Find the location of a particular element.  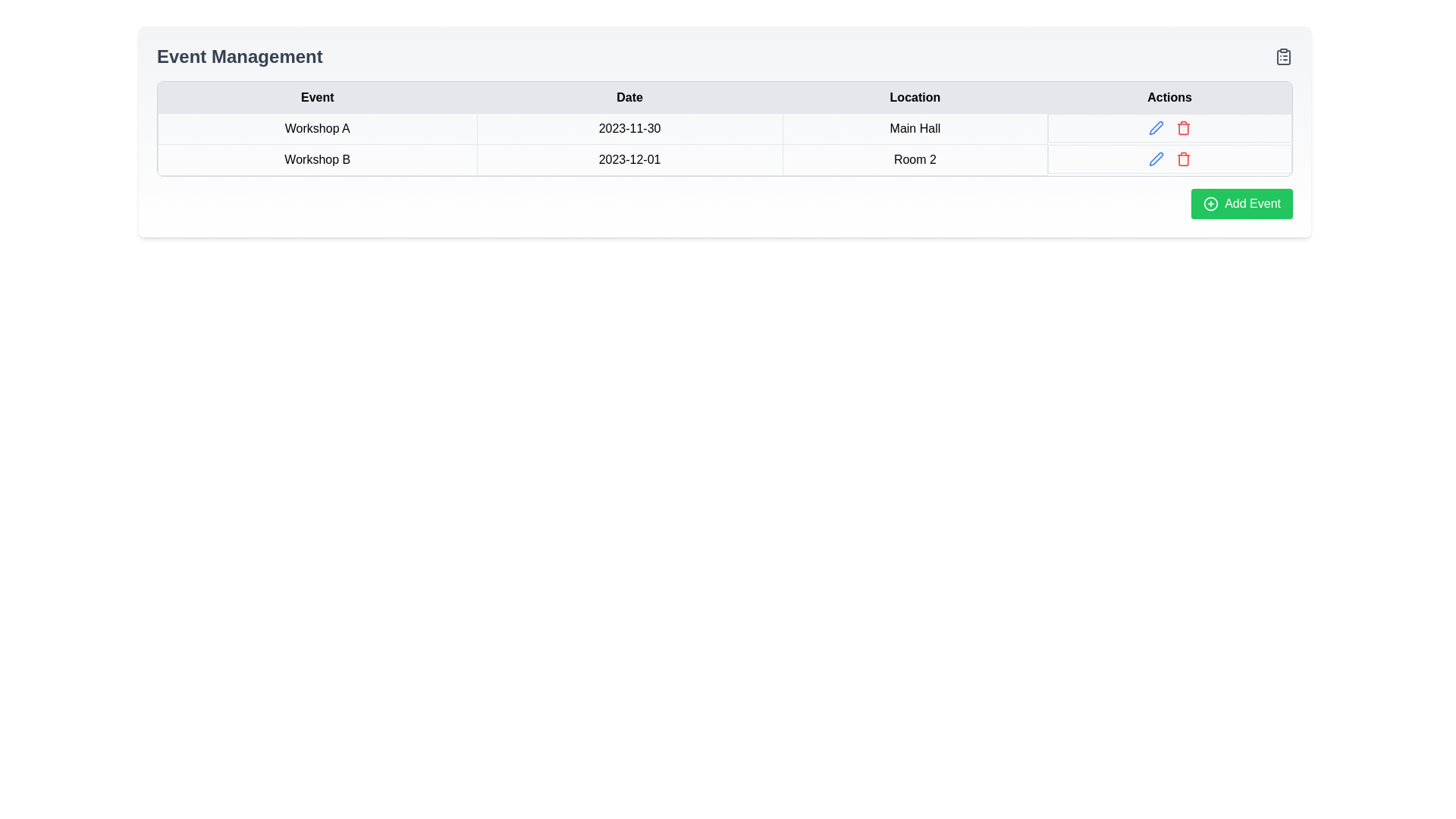

the Table Header Cell that serves as the label for the date column, located in the second column header of the table, positioned between 'Event' and 'Location' is located at coordinates (629, 97).